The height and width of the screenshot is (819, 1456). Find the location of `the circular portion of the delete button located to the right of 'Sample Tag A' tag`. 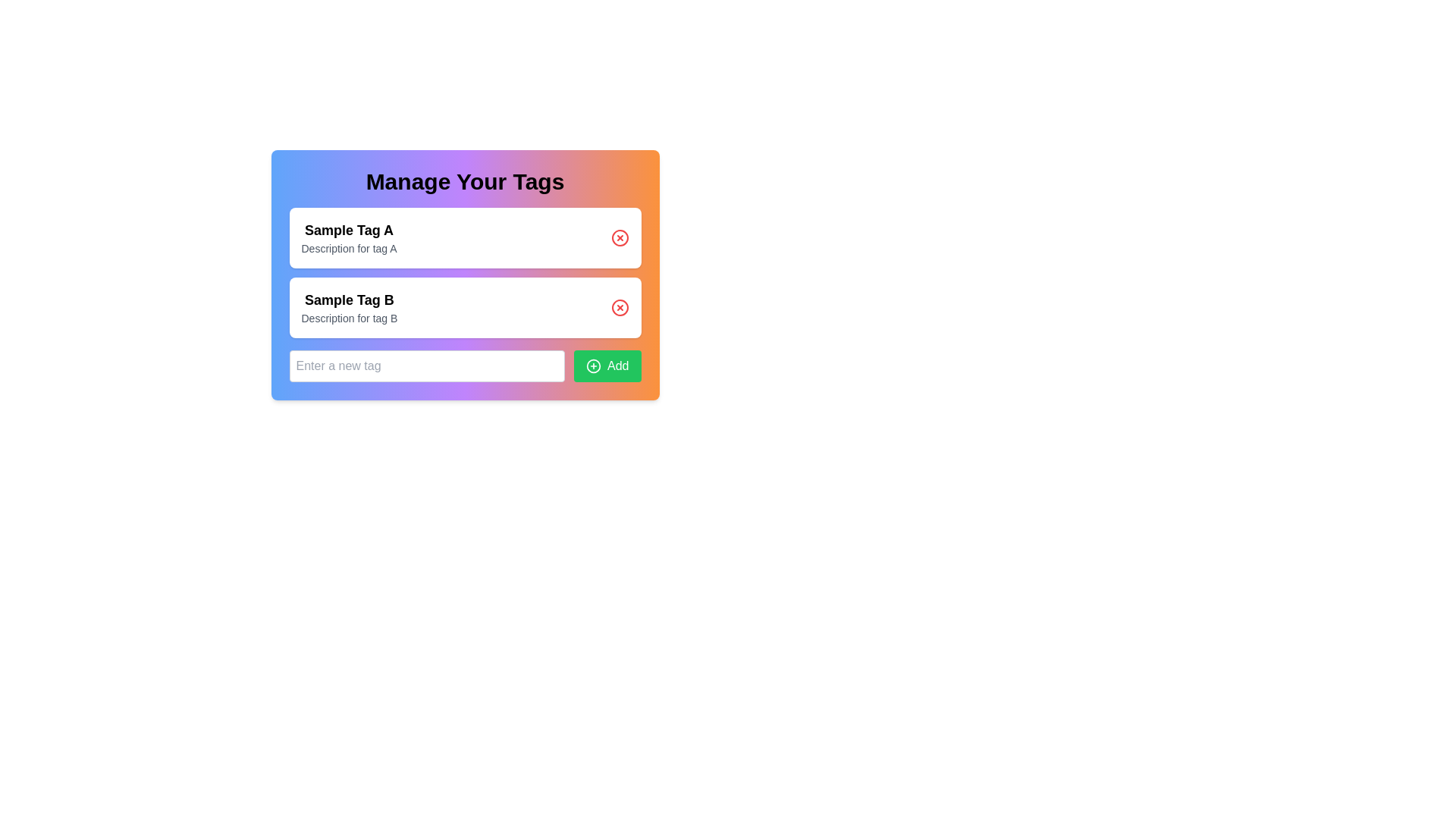

the circular portion of the delete button located to the right of 'Sample Tag A' tag is located at coordinates (620, 237).